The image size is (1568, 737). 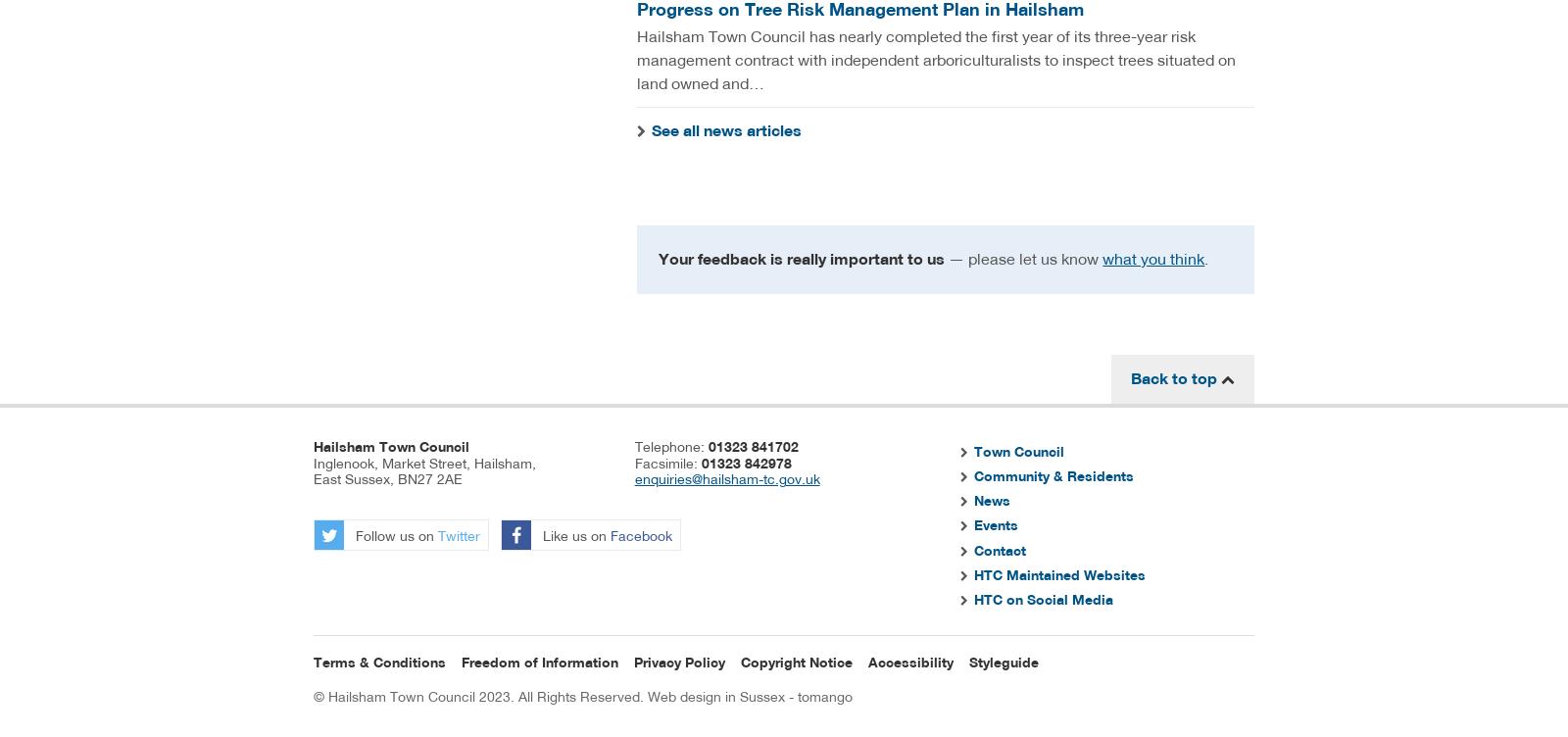 What do you see at coordinates (458, 535) in the screenshot?
I see `'Twitter'` at bounding box center [458, 535].